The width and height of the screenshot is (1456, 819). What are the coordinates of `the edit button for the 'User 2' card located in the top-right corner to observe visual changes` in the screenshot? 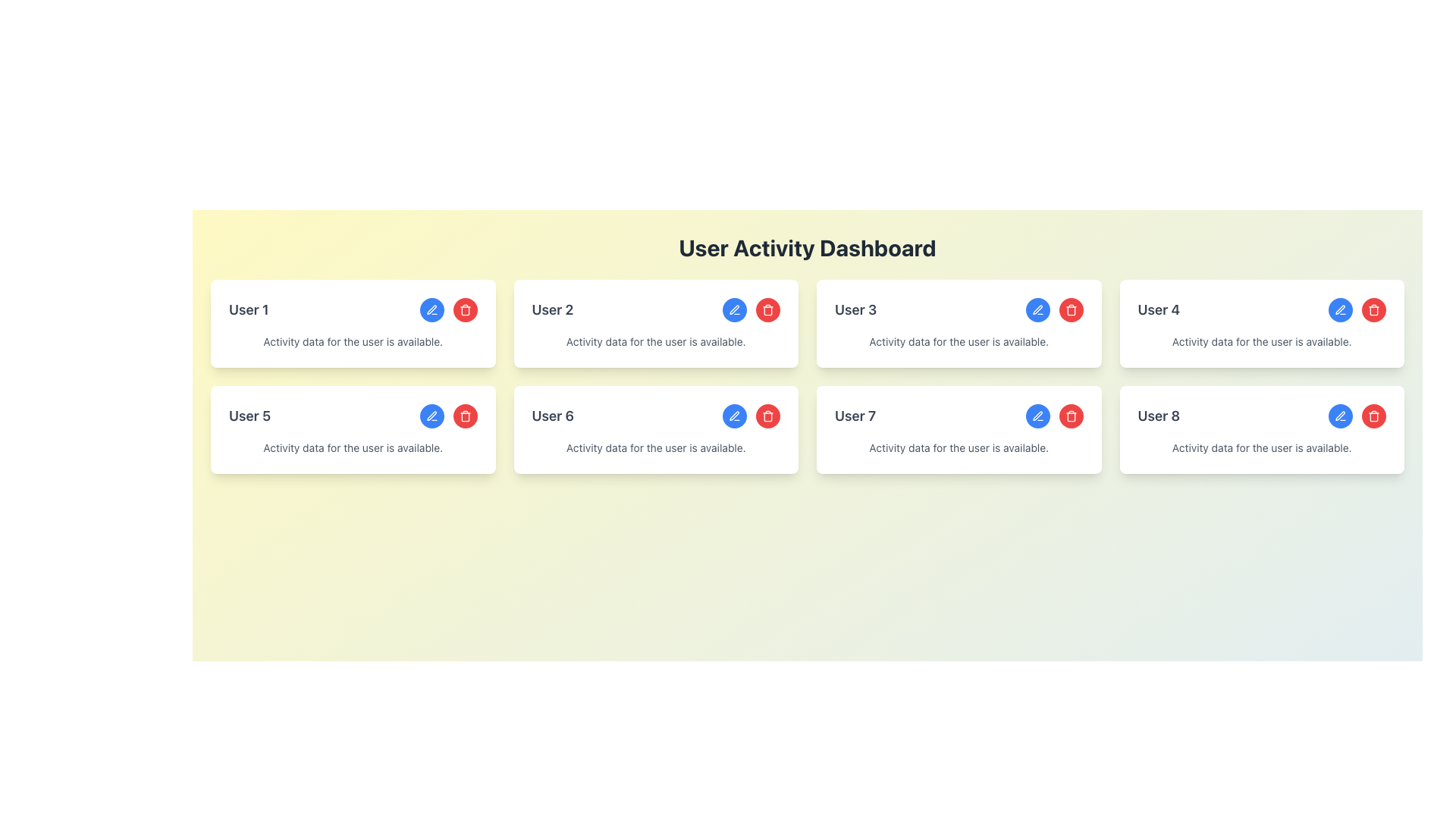 It's located at (735, 309).